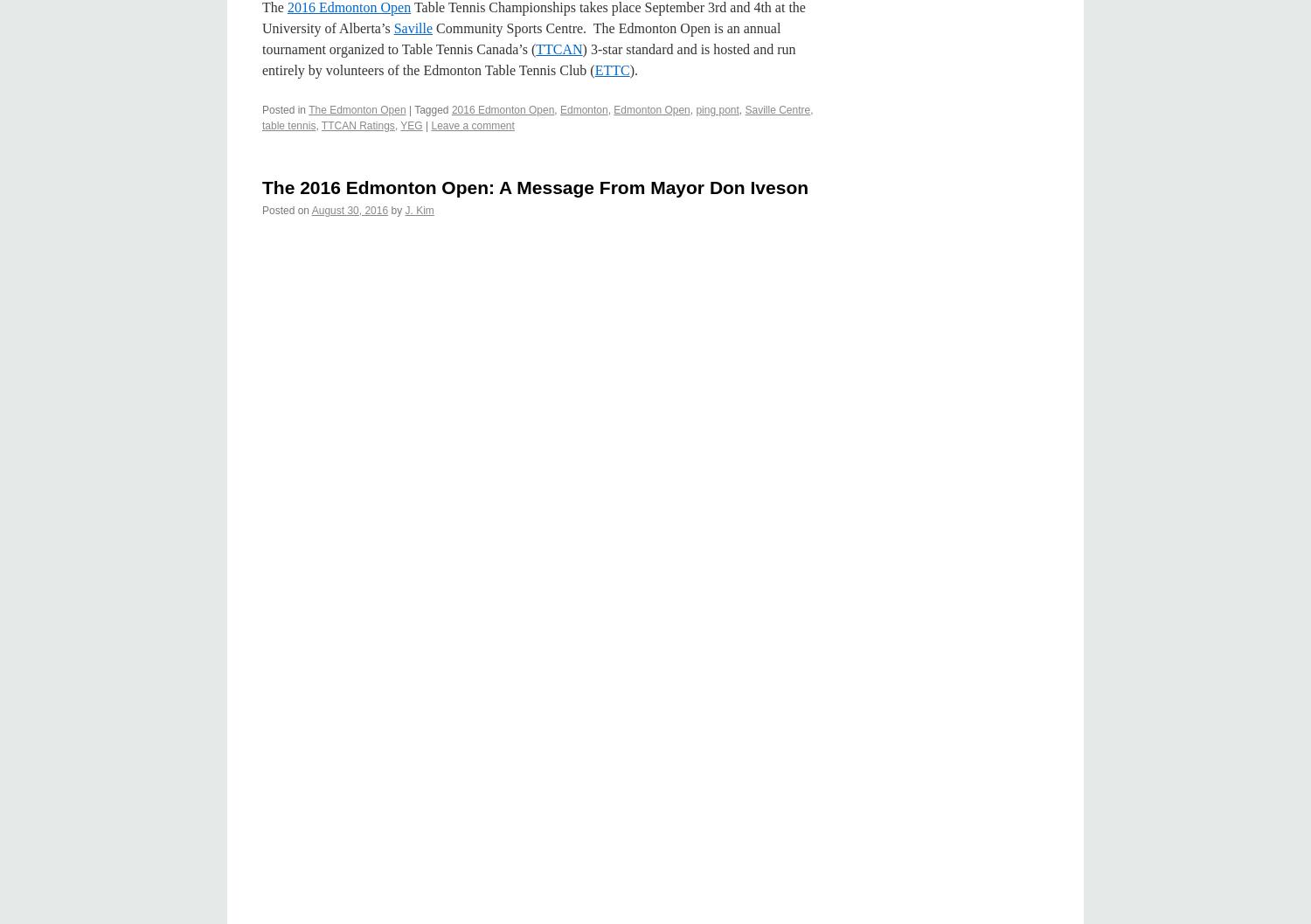 This screenshot has height=924, width=1311. What do you see at coordinates (743, 108) in the screenshot?
I see `'Saville Centre'` at bounding box center [743, 108].